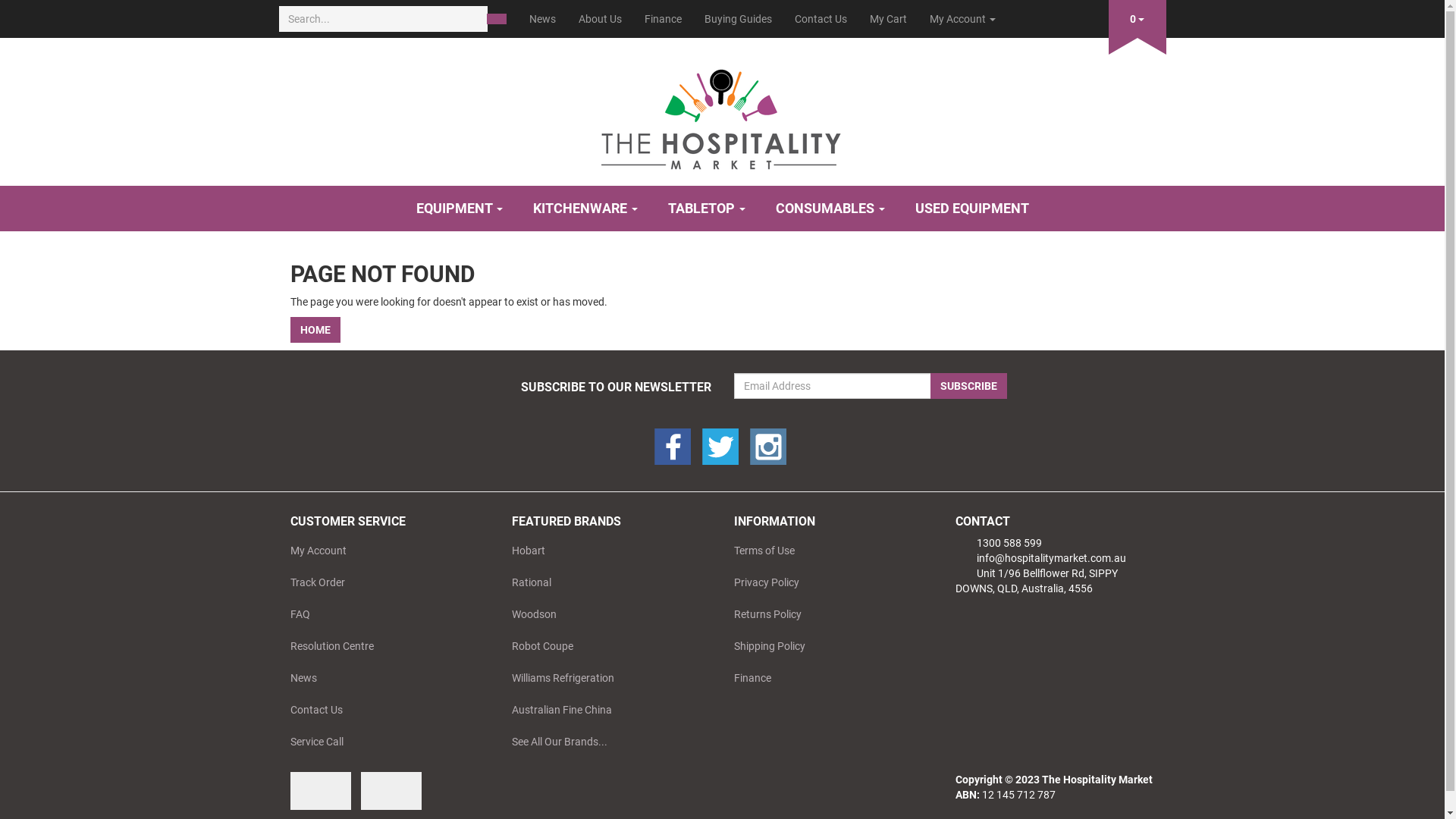  What do you see at coordinates (705, 208) in the screenshot?
I see `'TABLETOP'` at bounding box center [705, 208].